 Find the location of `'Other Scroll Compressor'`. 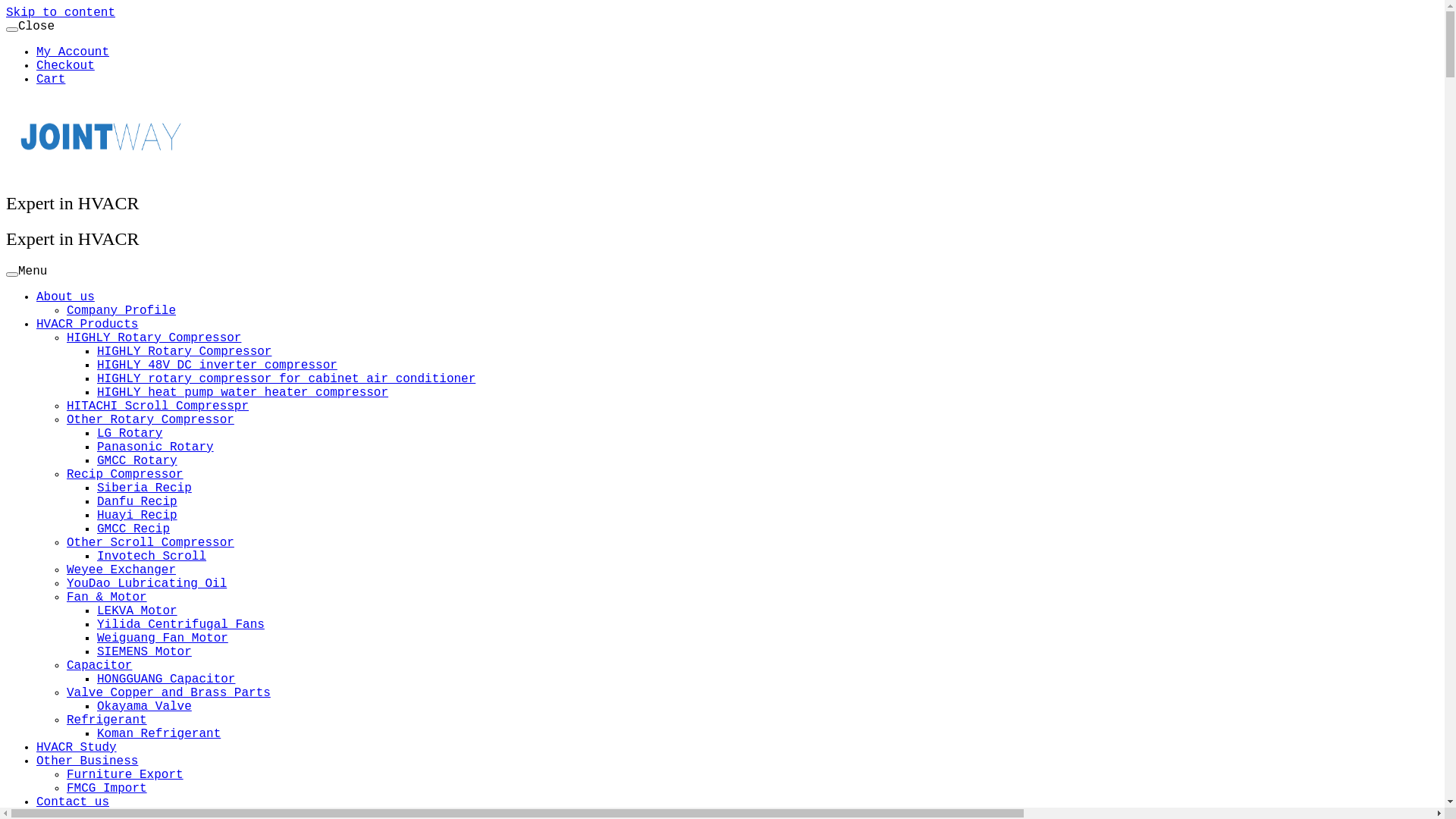

'Other Scroll Compressor' is located at coordinates (150, 542).